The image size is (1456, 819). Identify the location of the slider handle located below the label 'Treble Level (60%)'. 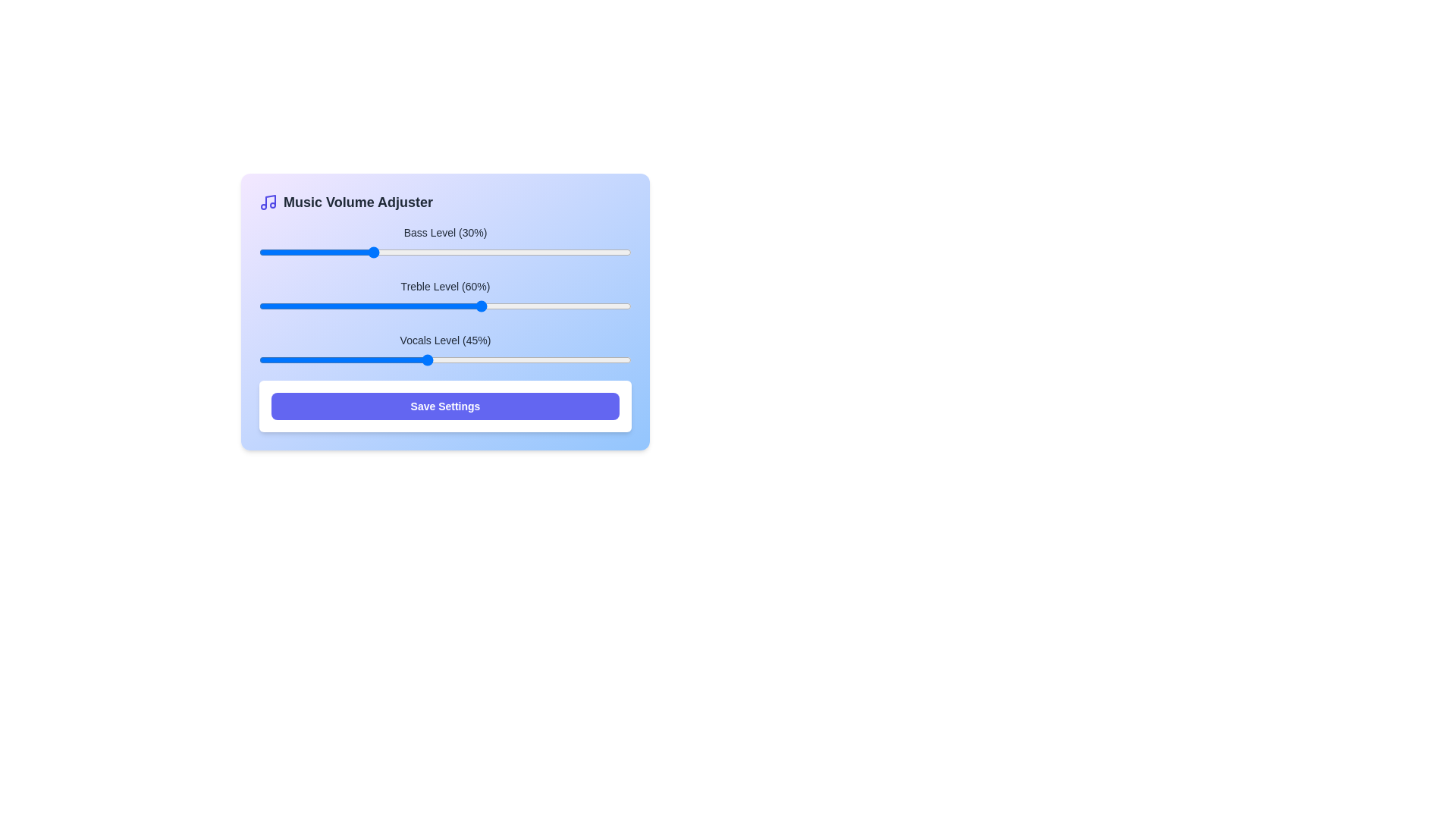
(444, 306).